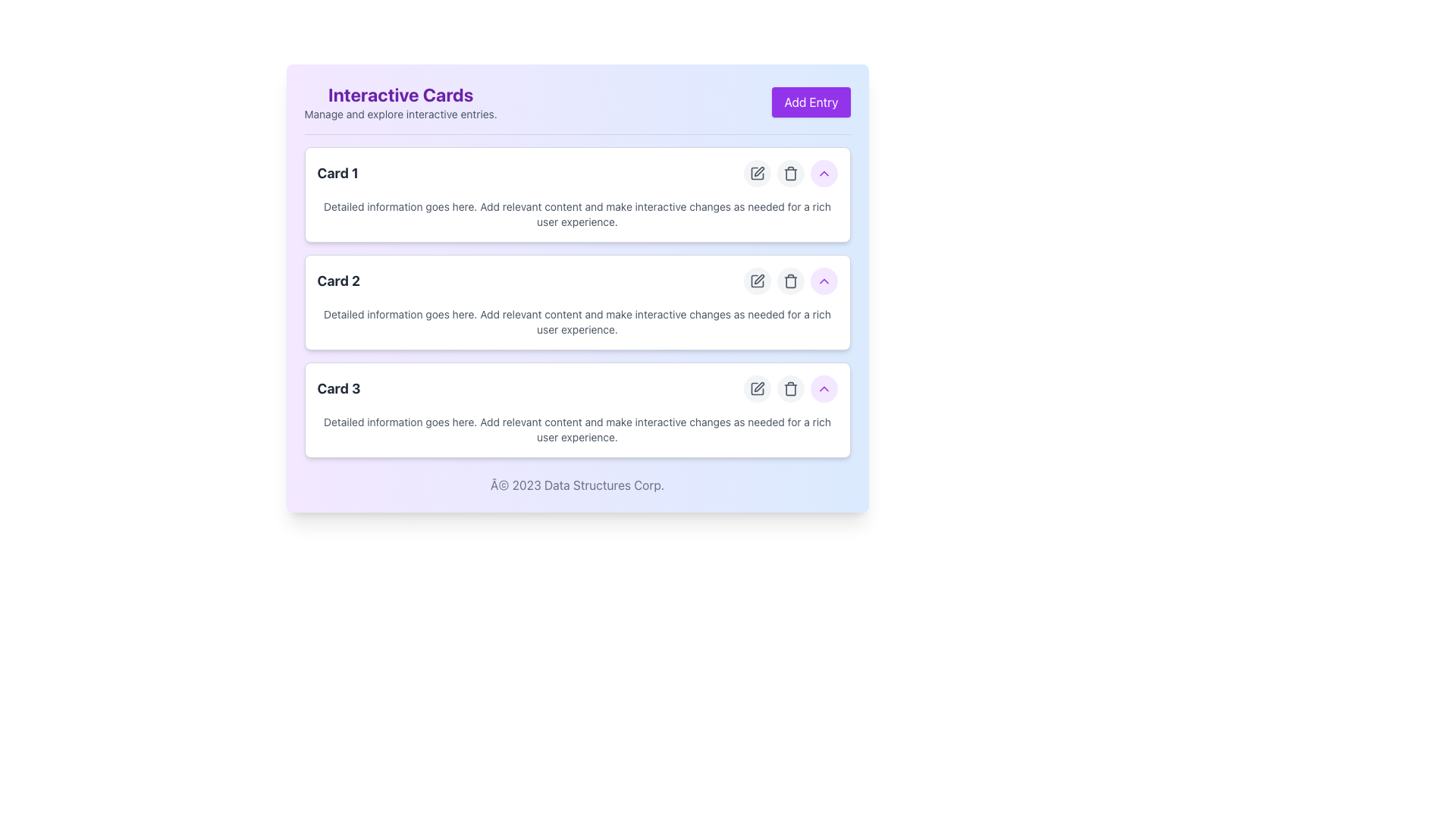 This screenshot has height=819, width=1456. Describe the element at coordinates (757, 172) in the screenshot. I see `the edit button for 'Card 1', which is the first button in the row of action buttons located to the right of the card entry` at that location.